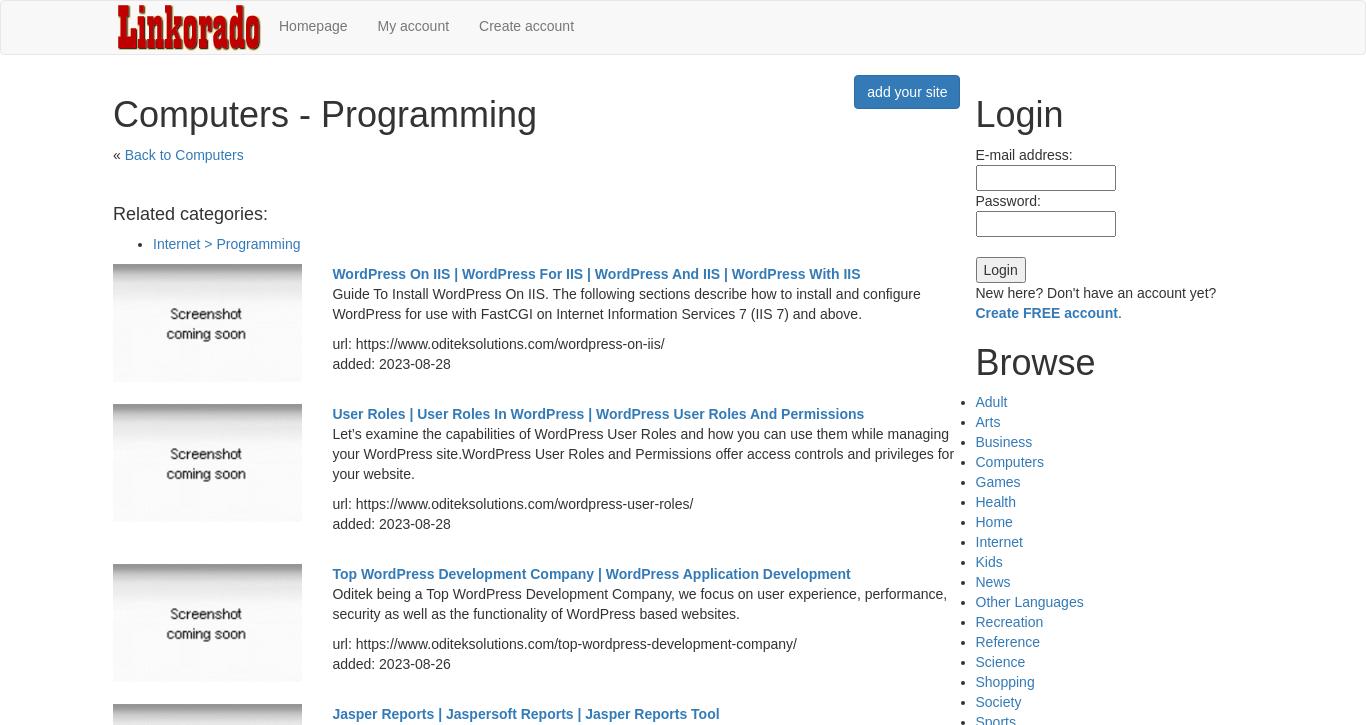 The height and width of the screenshot is (725, 1366). Describe the element at coordinates (975, 421) in the screenshot. I see `'Arts'` at that location.